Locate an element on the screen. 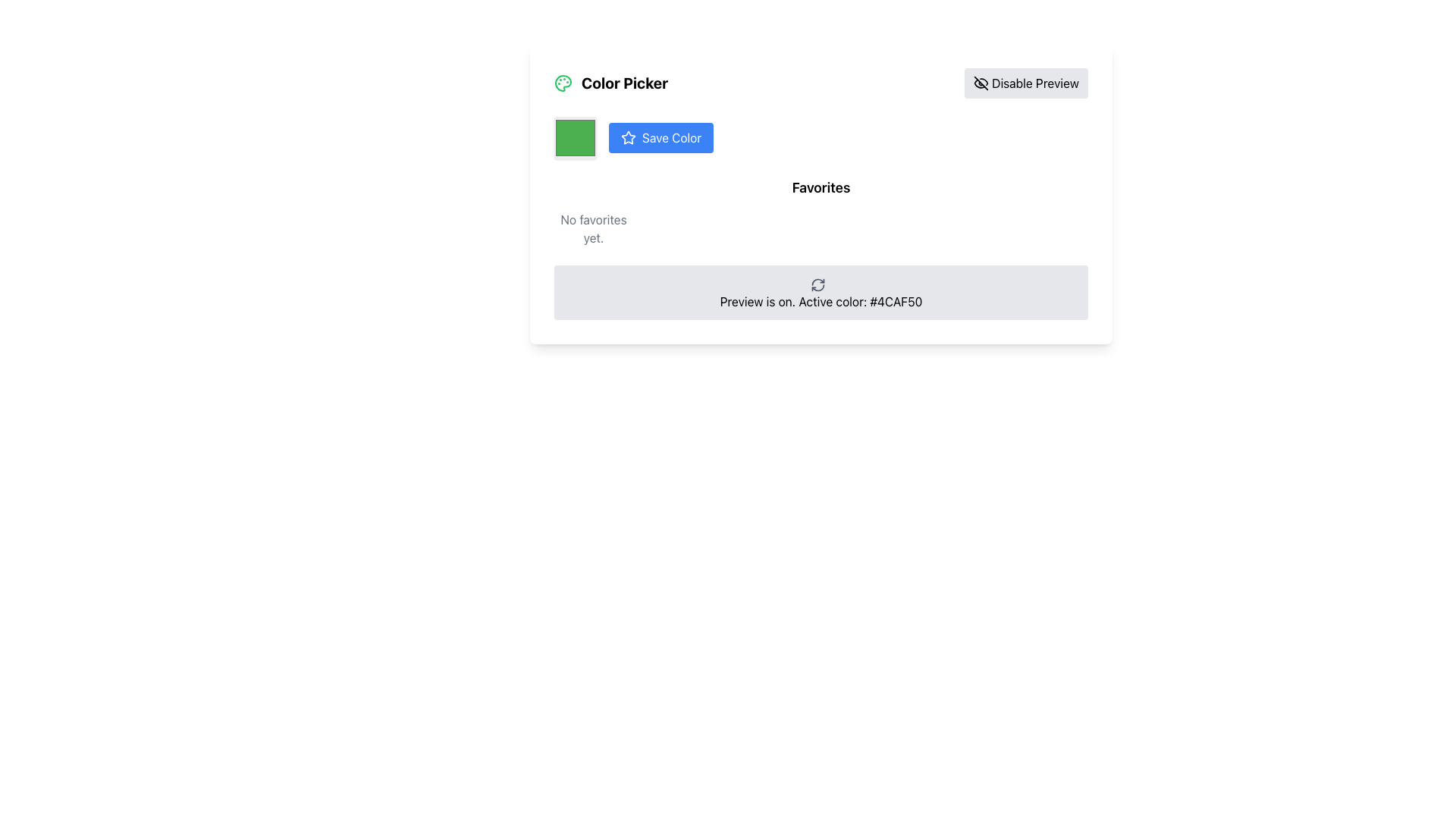 This screenshot has width=1456, height=819. the text label positioned to the right of the palette icon in the top-left section of the interface is located at coordinates (625, 83).